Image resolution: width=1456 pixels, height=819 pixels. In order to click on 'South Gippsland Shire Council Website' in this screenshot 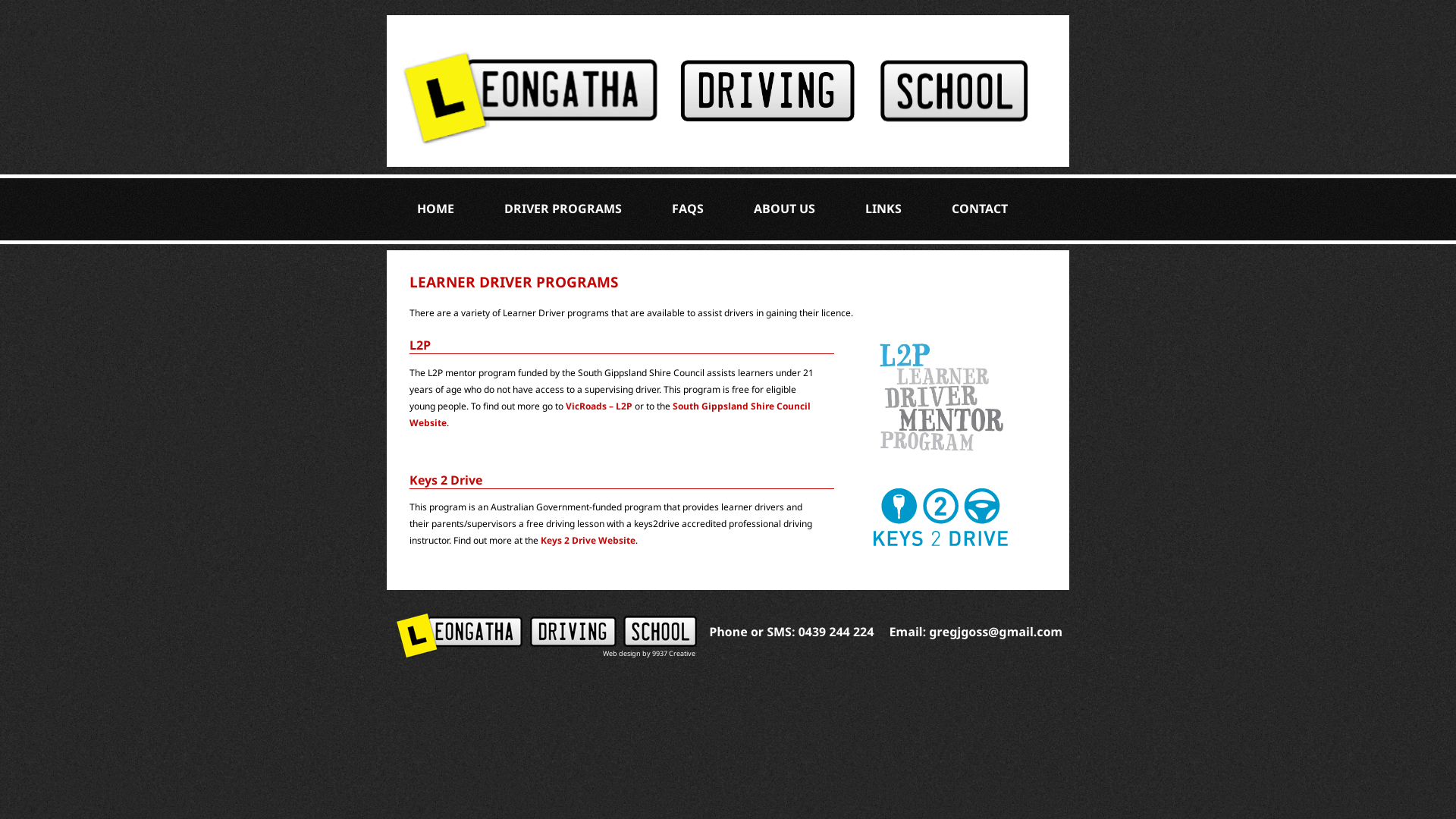, I will do `click(610, 414)`.